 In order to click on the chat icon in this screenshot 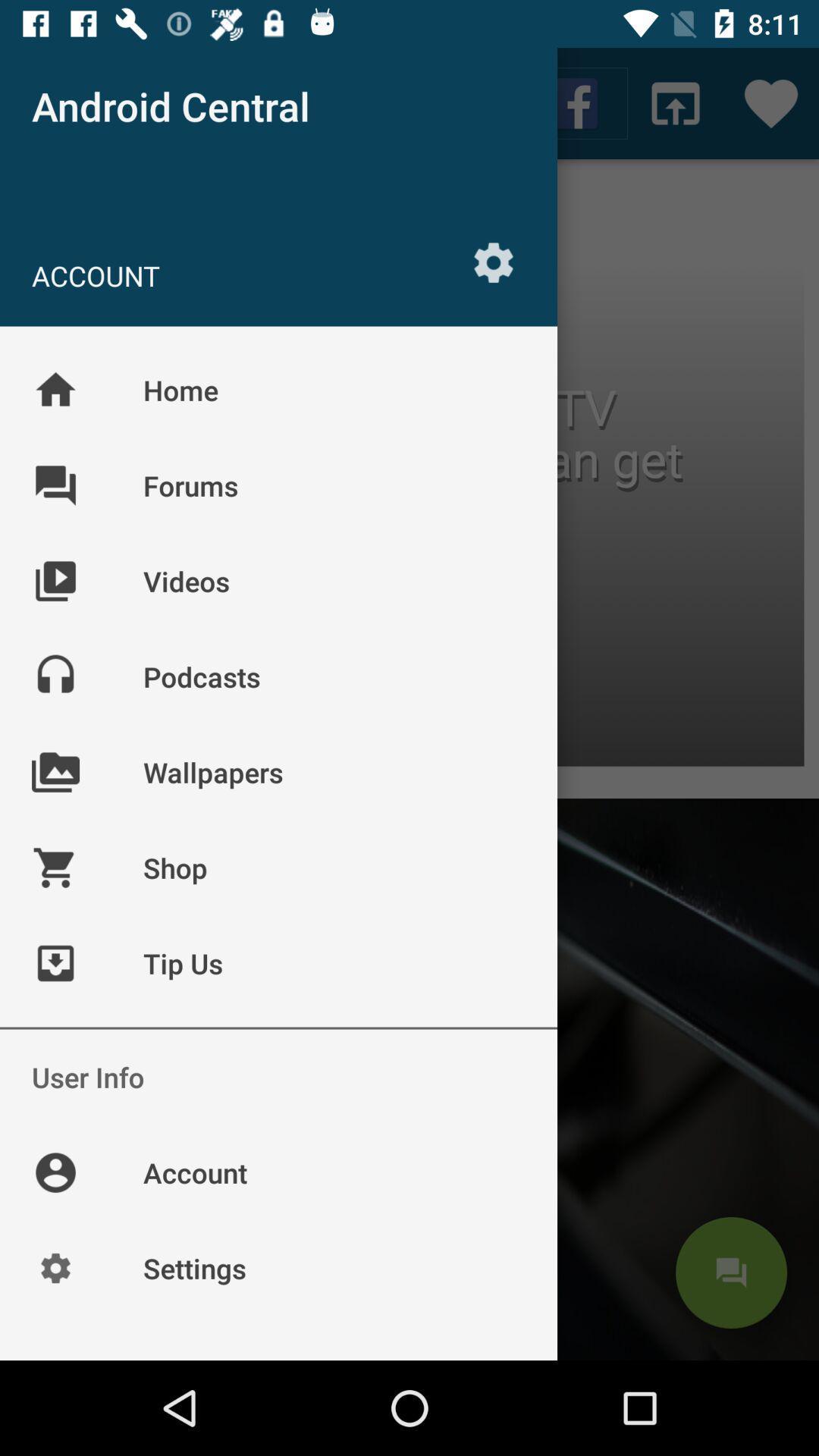, I will do `click(730, 1272)`.